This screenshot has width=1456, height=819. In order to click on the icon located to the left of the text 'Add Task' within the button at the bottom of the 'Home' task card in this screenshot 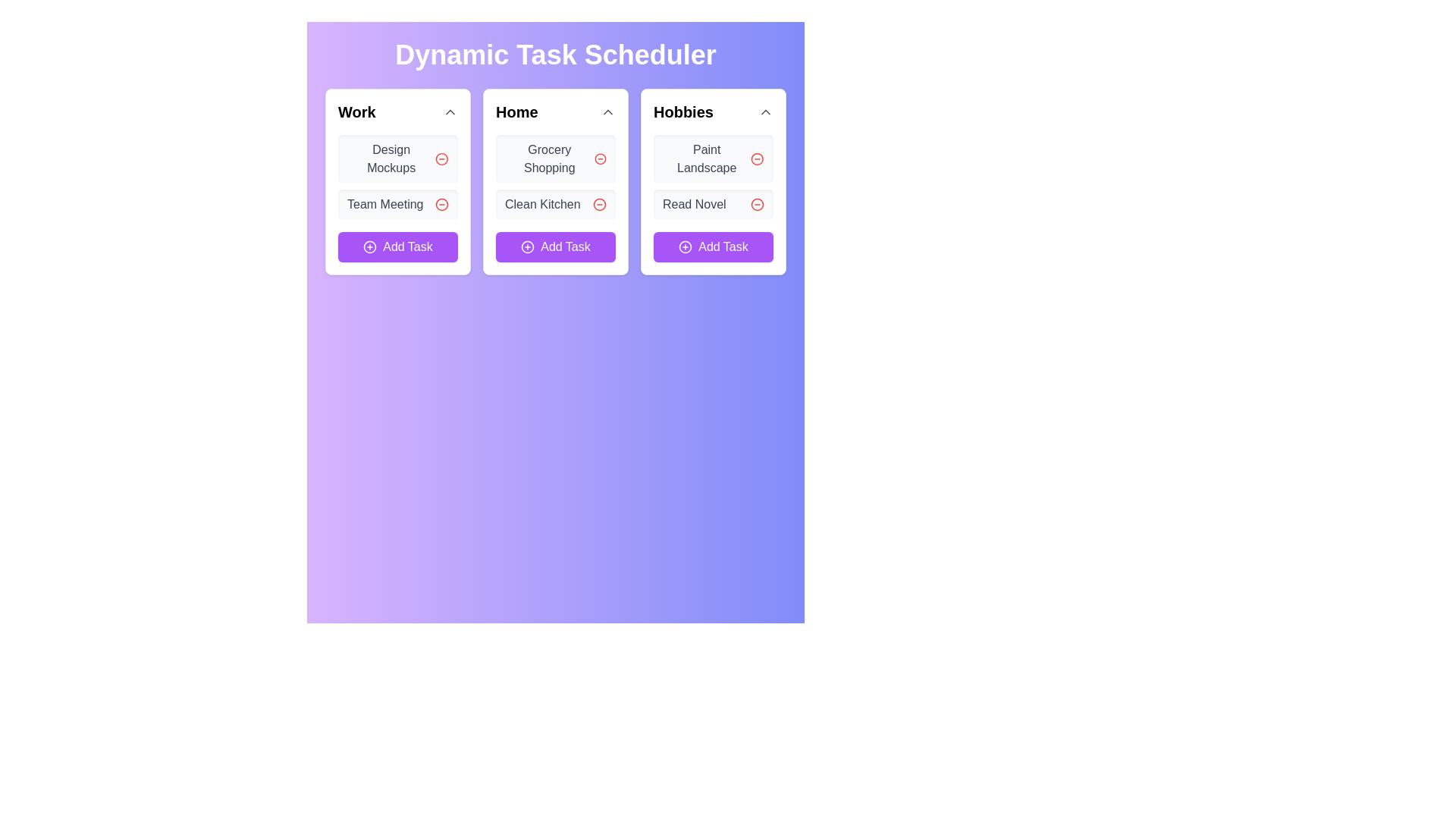, I will do `click(528, 246)`.